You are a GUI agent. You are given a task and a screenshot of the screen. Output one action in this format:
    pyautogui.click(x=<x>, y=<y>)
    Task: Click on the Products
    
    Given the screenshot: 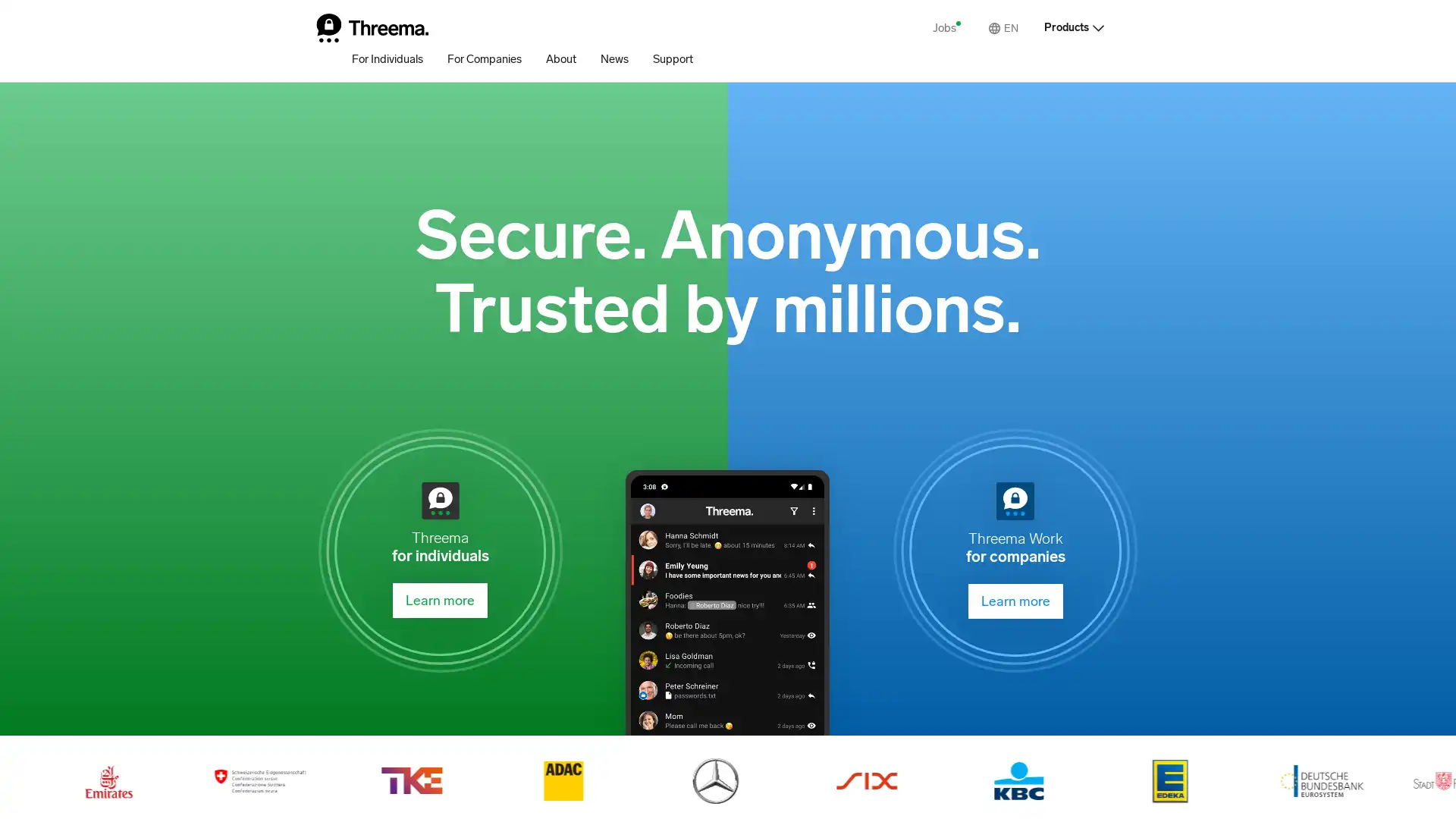 What is the action you would take?
    pyautogui.click(x=1069, y=28)
    